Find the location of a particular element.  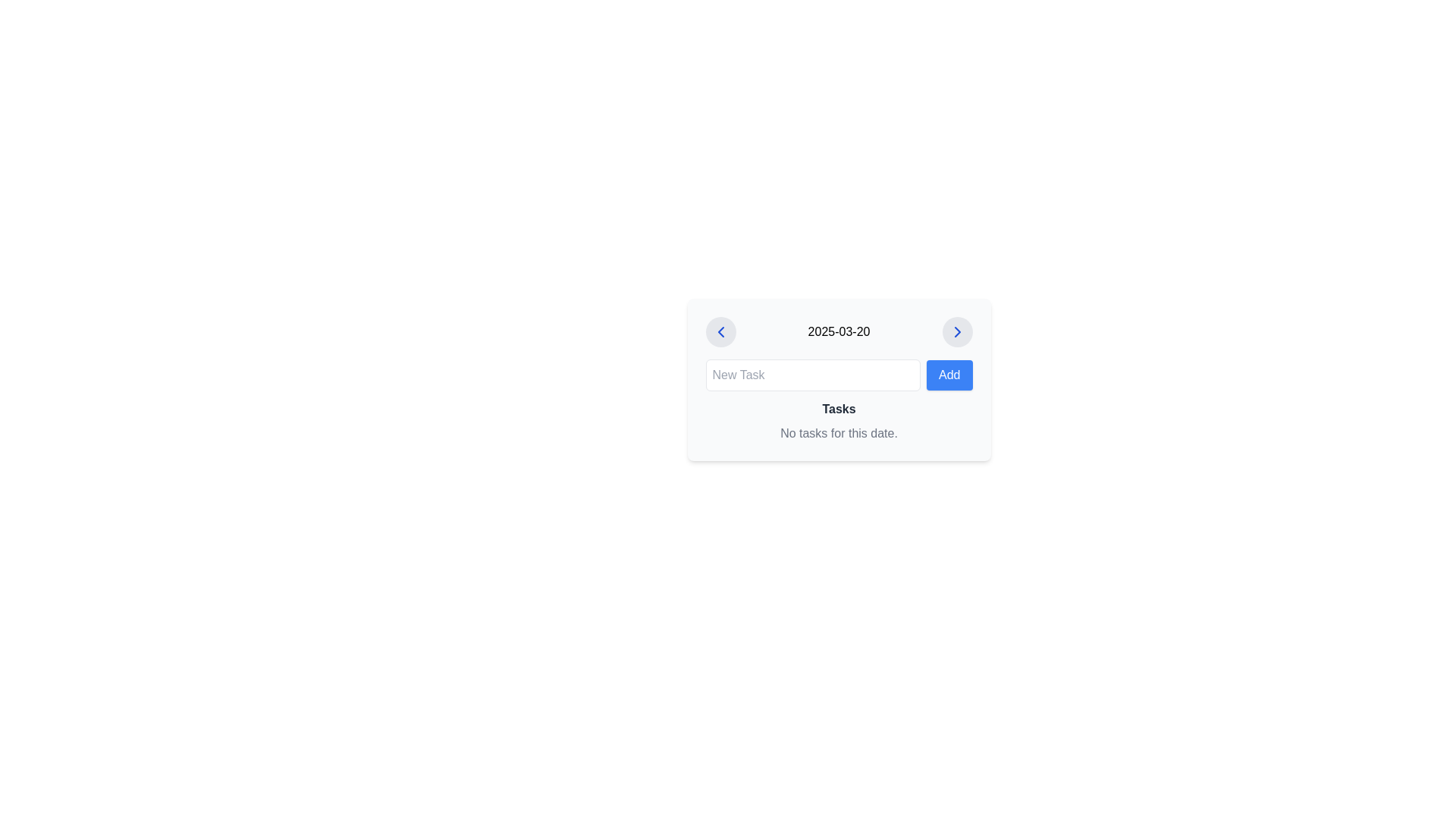

the 'Add' button, which has a blue background, white text, and rounded corners is located at coordinates (949, 375).